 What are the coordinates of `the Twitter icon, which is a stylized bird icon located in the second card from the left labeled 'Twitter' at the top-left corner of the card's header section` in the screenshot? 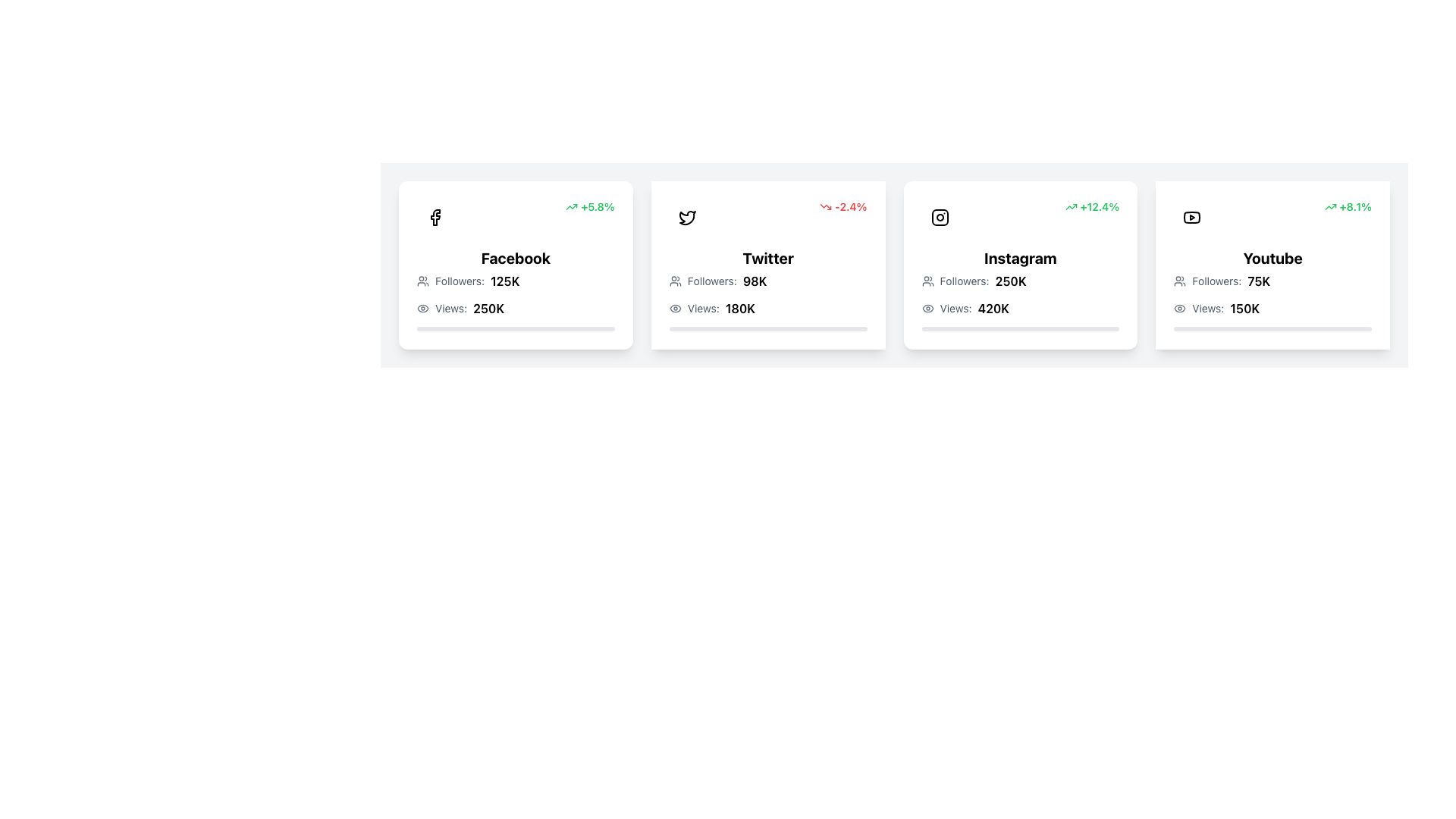 It's located at (686, 218).